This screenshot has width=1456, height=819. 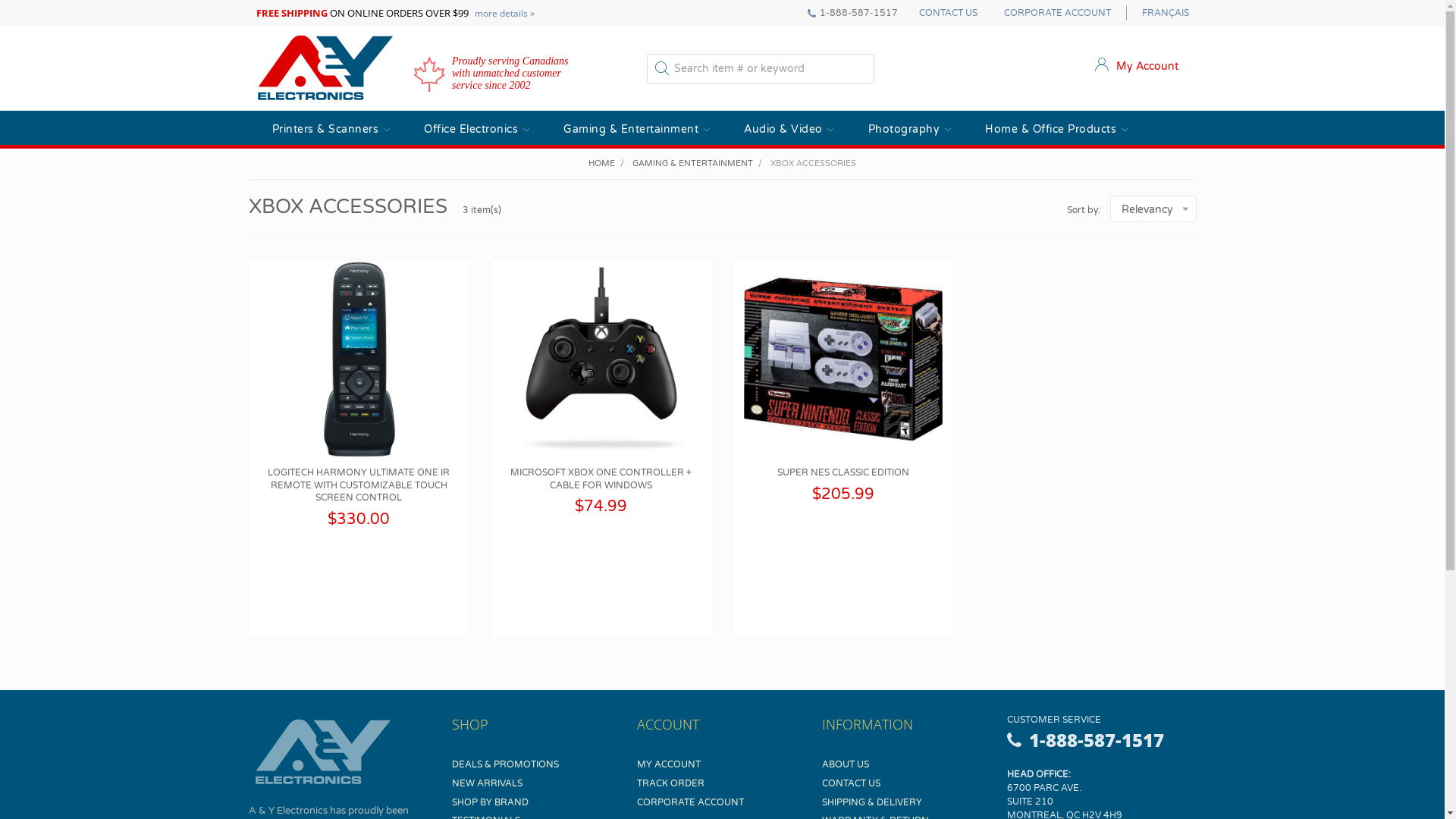 What do you see at coordinates (601, 164) in the screenshot?
I see `'HOME'` at bounding box center [601, 164].